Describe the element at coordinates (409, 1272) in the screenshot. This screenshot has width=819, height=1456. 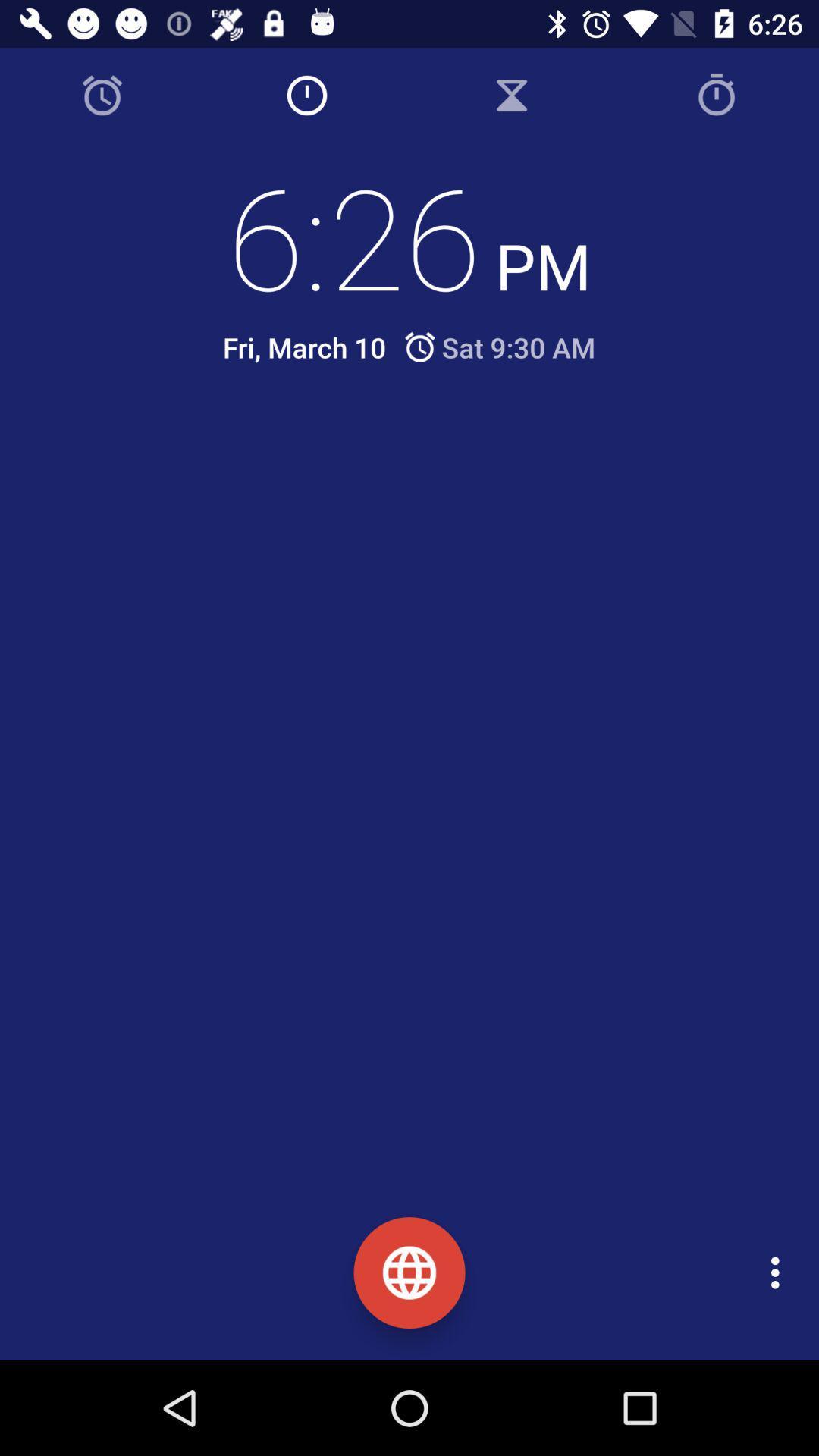
I see `the globe icon` at that location.